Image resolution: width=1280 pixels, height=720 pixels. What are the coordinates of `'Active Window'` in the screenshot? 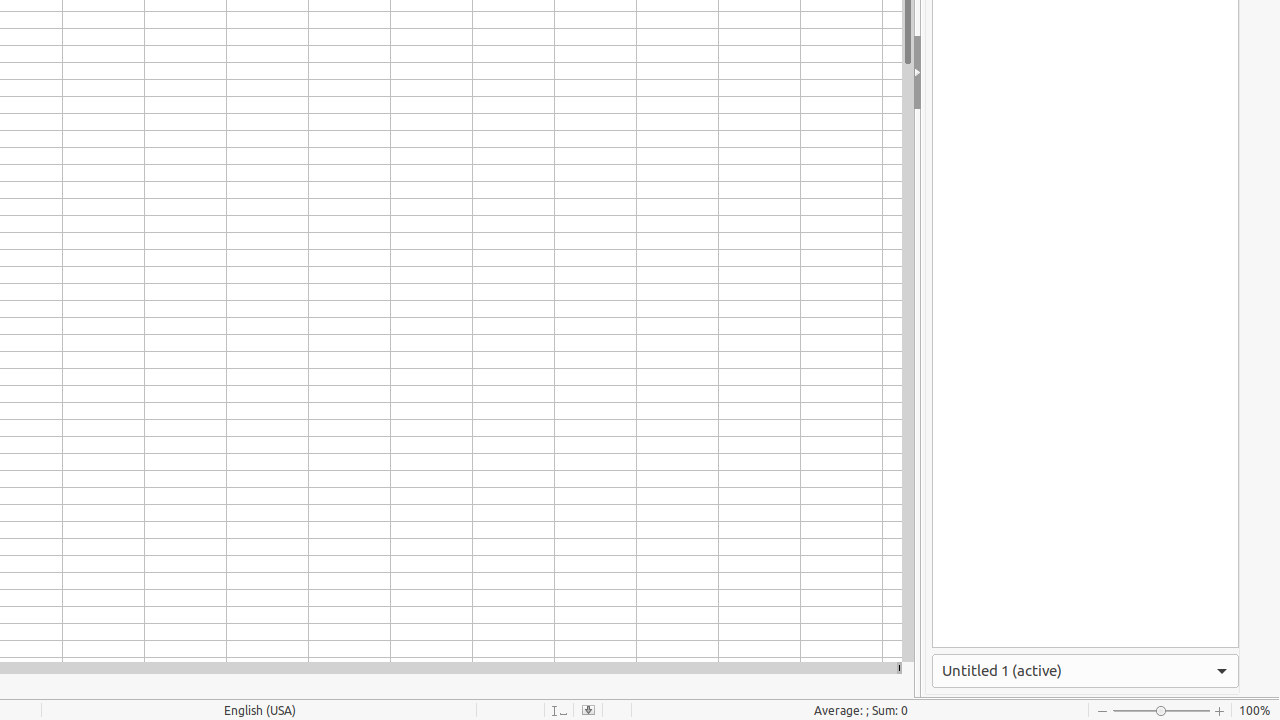 It's located at (1084, 670).